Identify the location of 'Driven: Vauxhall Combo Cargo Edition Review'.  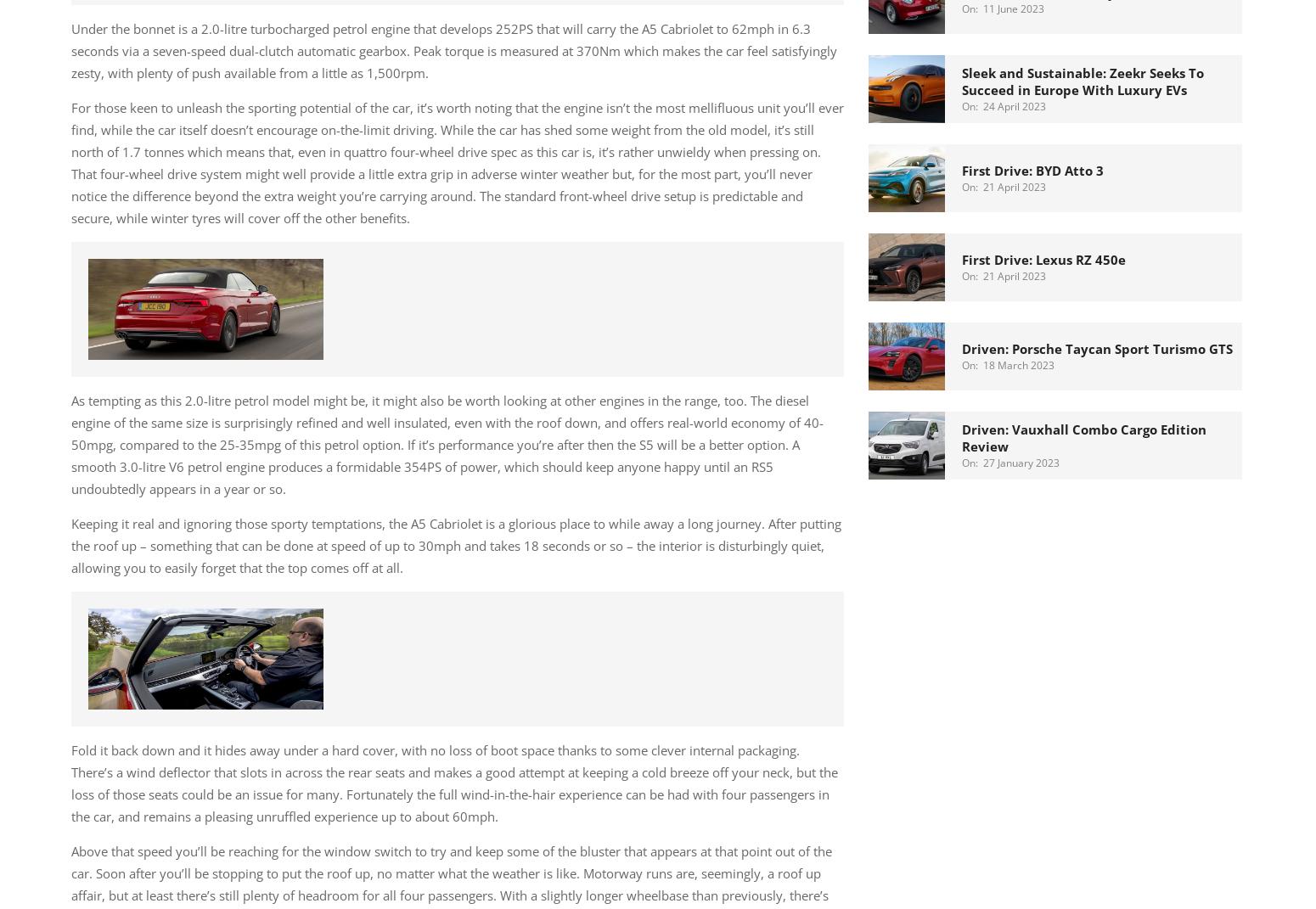
(1083, 436).